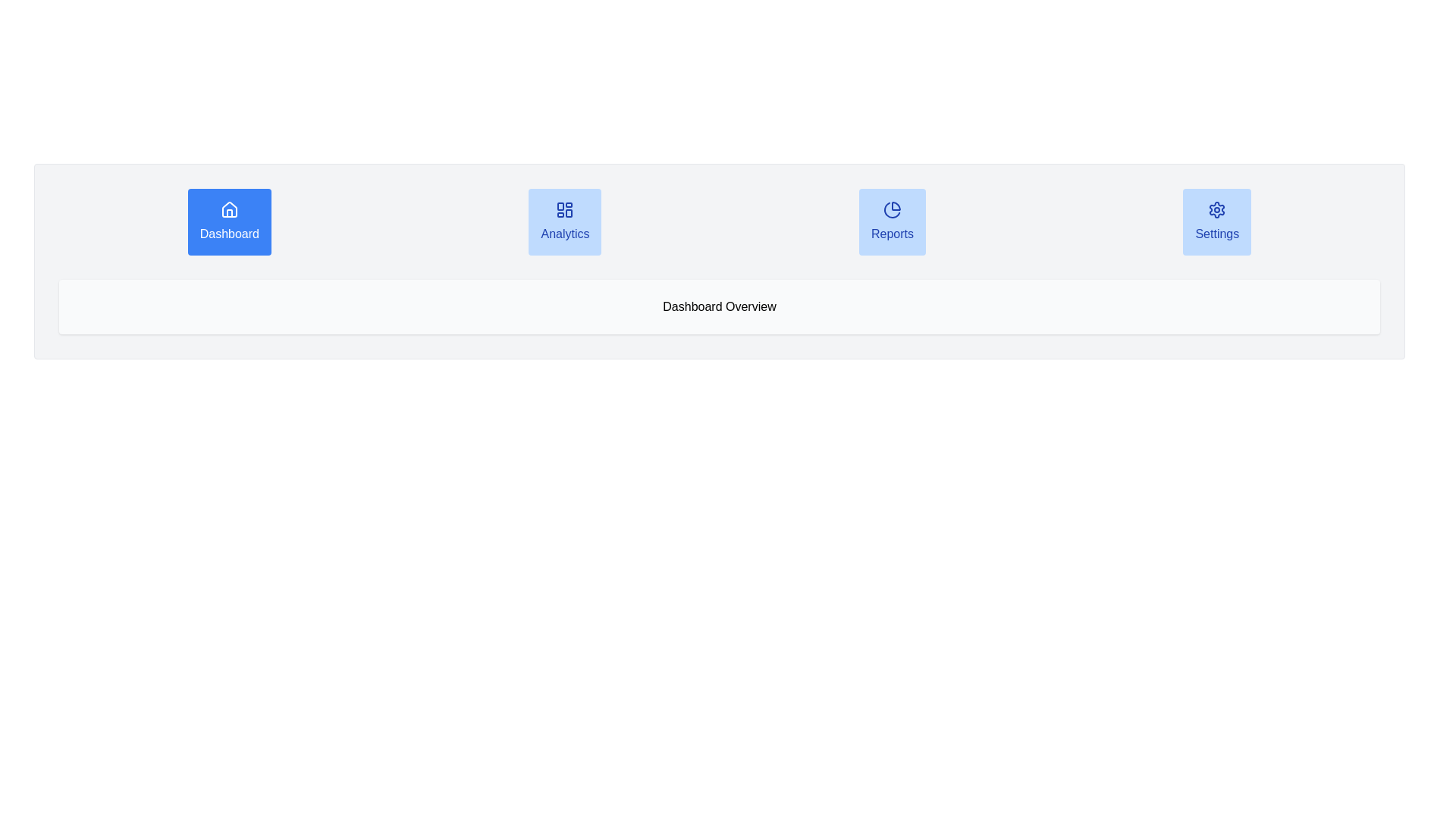 Image resolution: width=1456 pixels, height=819 pixels. Describe the element at coordinates (564, 210) in the screenshot. I see `the minimalist blue icon representing the 'Analytics' feature located at the top-center of the interface` at that location.